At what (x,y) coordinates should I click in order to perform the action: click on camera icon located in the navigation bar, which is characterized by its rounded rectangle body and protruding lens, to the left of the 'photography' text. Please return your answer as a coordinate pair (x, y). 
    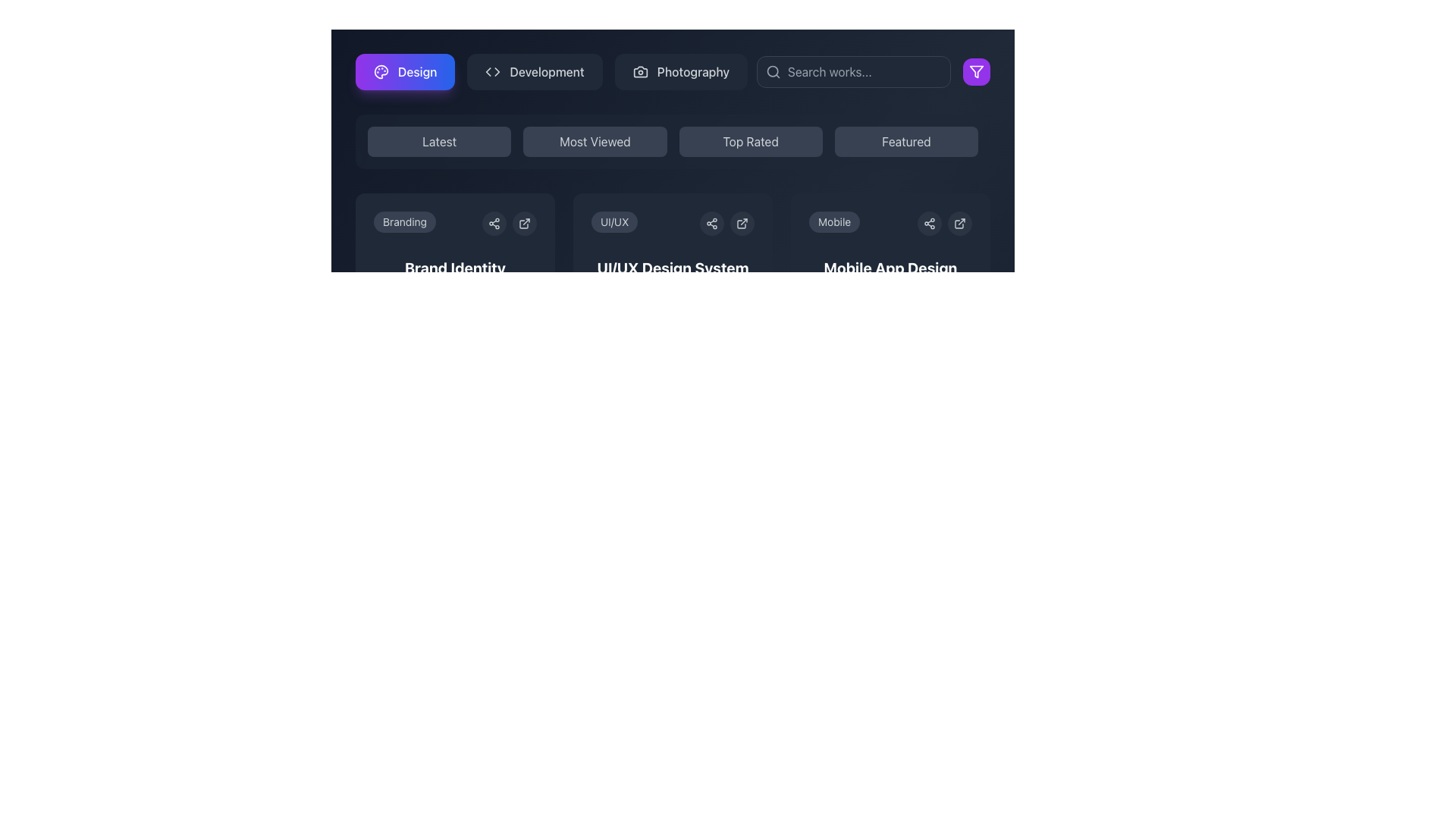
    Looking at the image, I should click on (640, 72).